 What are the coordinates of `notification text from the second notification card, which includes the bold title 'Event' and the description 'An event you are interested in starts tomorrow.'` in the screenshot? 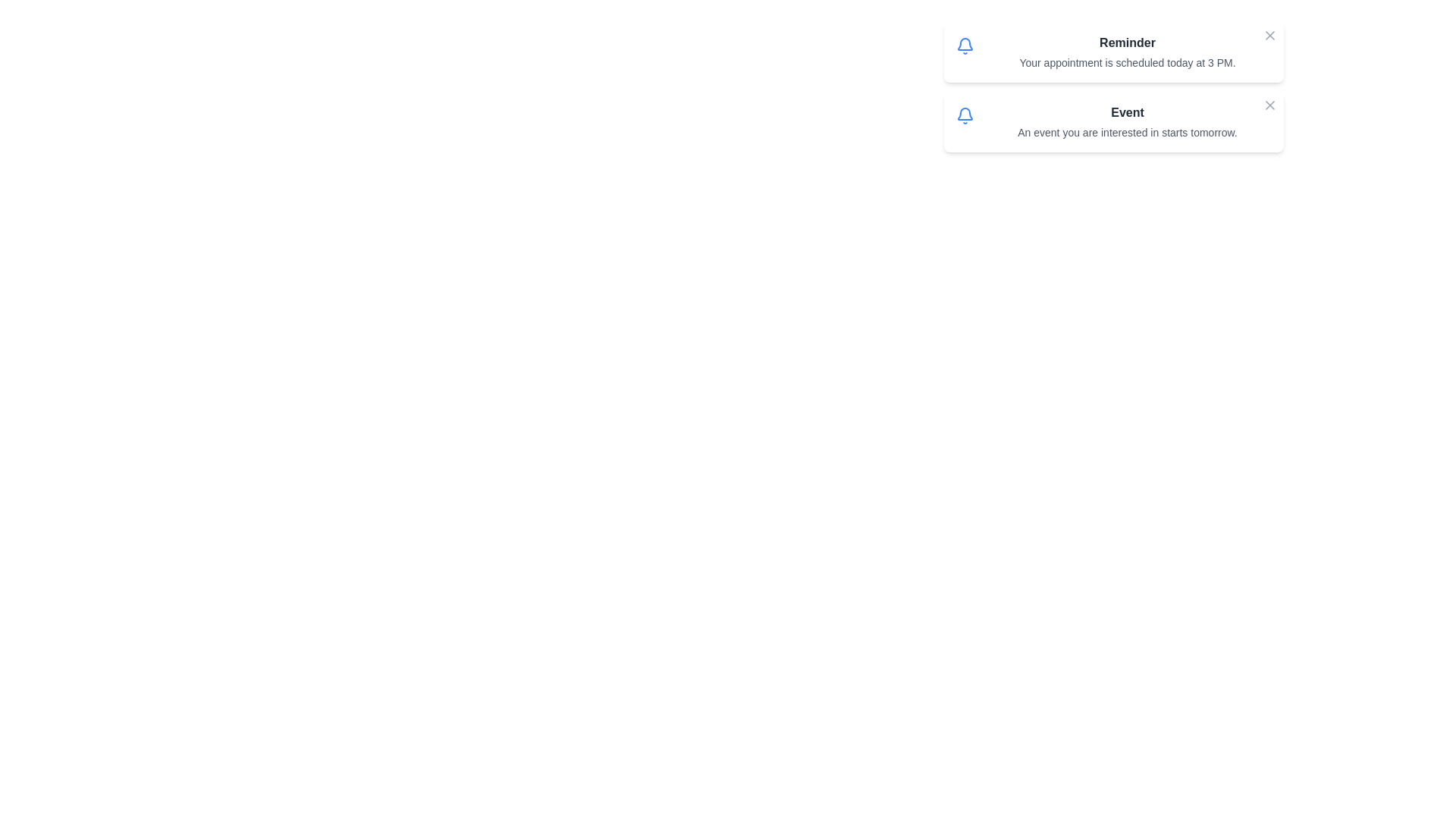 It's located at (1113, 121).